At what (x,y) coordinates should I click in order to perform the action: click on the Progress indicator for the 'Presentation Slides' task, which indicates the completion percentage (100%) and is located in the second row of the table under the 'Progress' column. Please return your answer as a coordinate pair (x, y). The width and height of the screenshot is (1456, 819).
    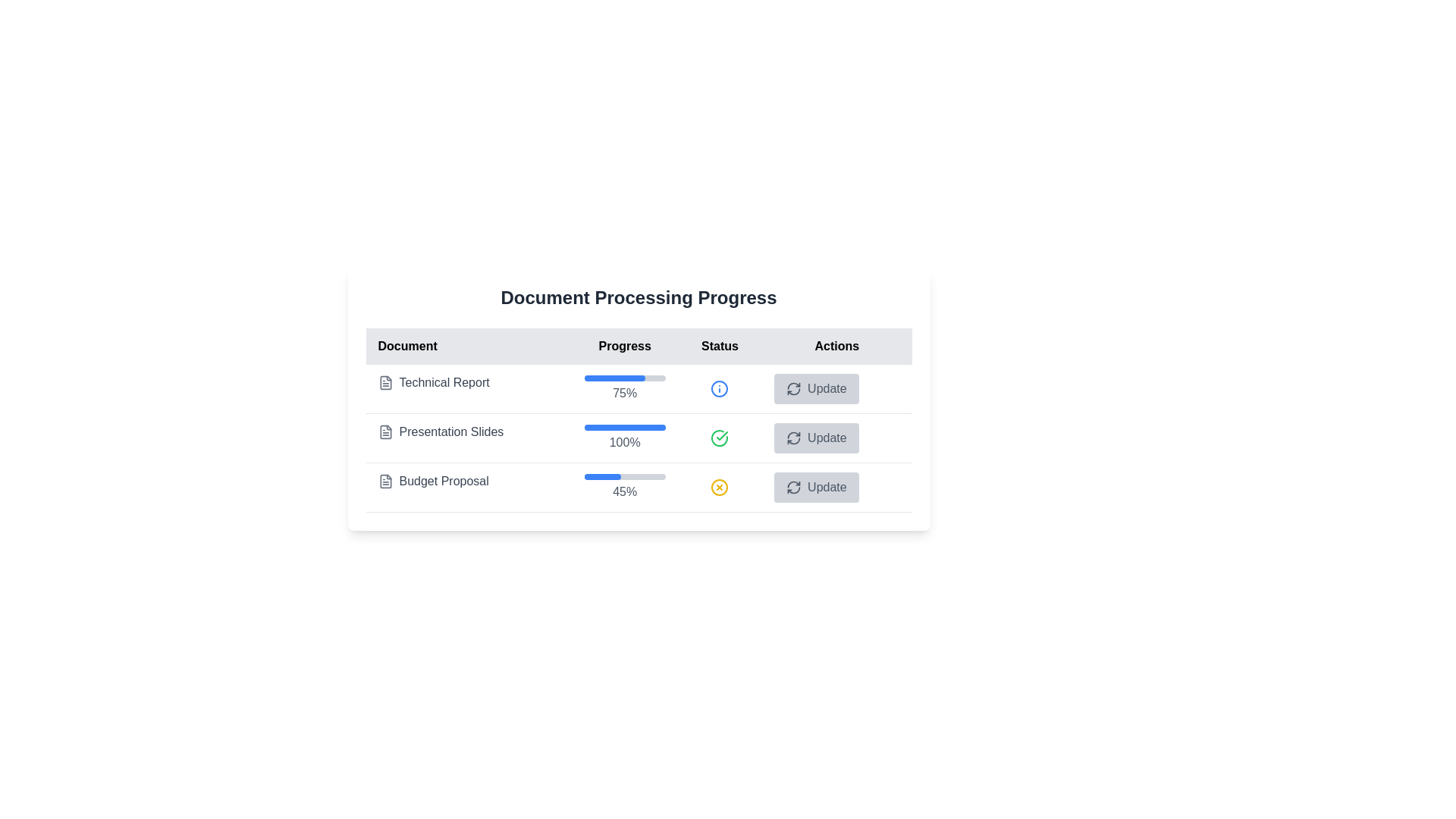
    Looking at the image, I should click on (639, 438).